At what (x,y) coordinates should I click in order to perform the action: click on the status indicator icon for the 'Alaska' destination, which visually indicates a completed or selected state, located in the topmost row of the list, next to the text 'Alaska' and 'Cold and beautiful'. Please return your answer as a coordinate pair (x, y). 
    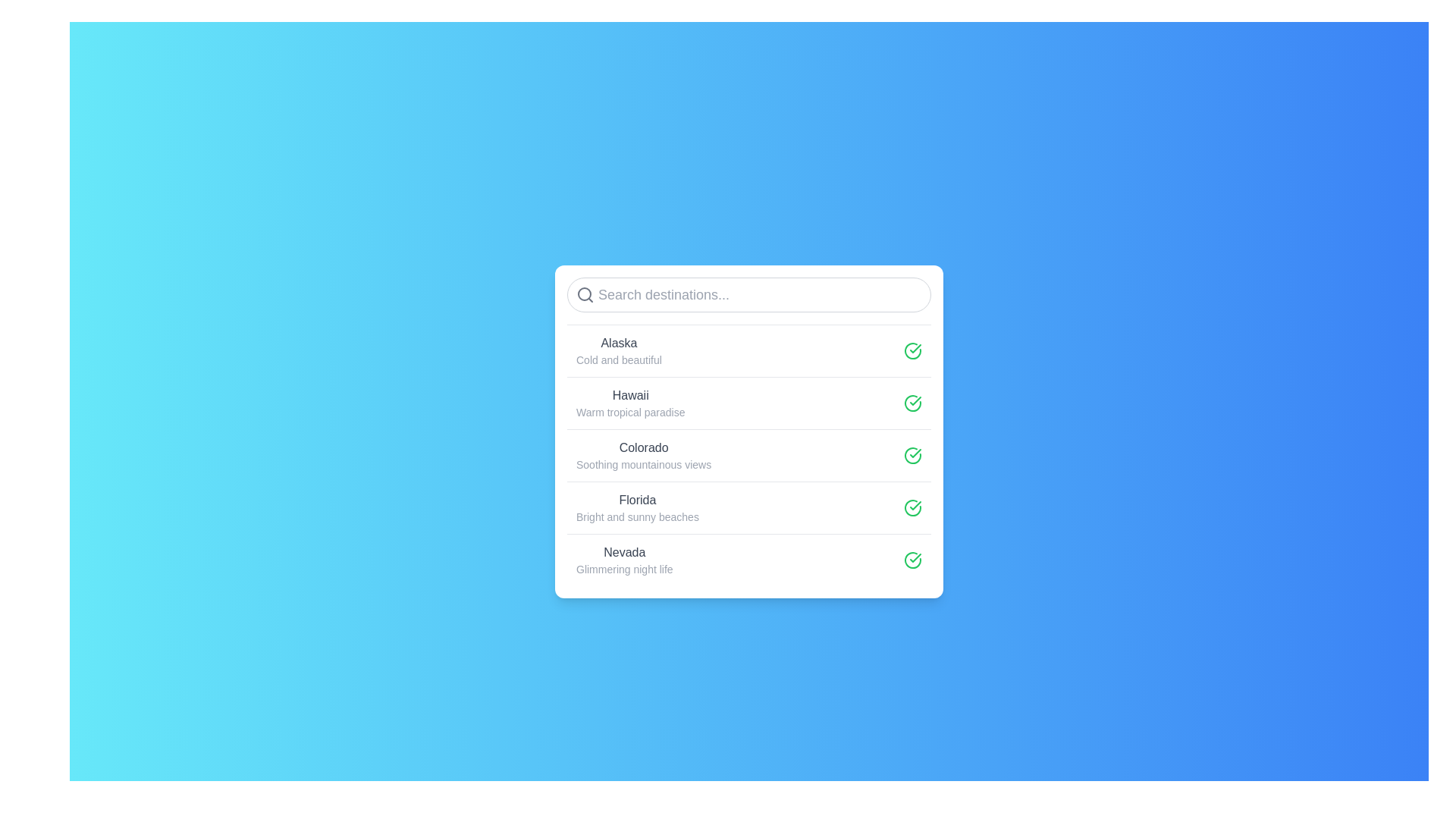
    Looking at the image, I should click on (912, 350).